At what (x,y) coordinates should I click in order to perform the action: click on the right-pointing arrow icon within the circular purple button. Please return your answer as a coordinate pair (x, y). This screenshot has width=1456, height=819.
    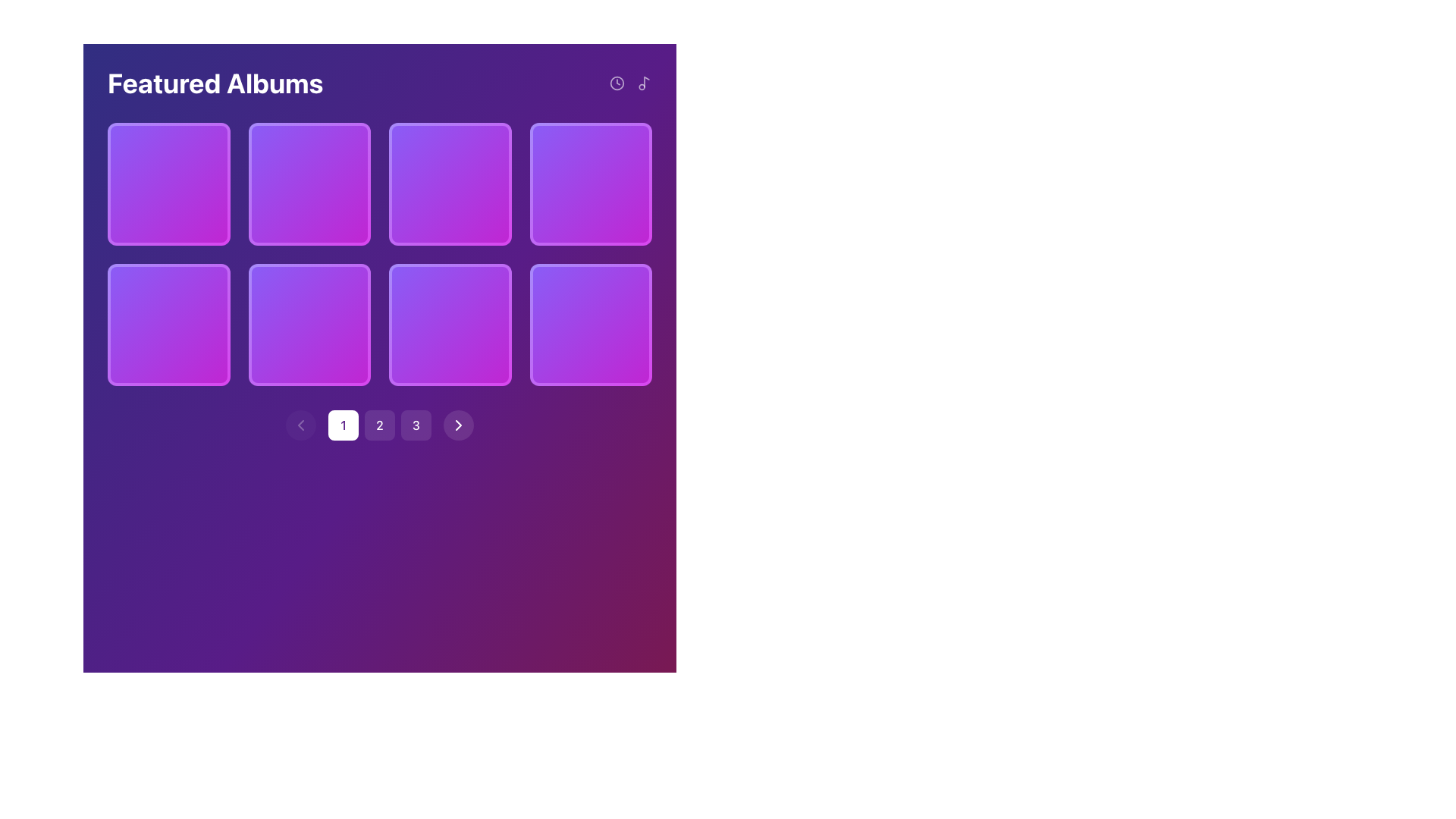
    Looking at the image, I should click on (457, 425).